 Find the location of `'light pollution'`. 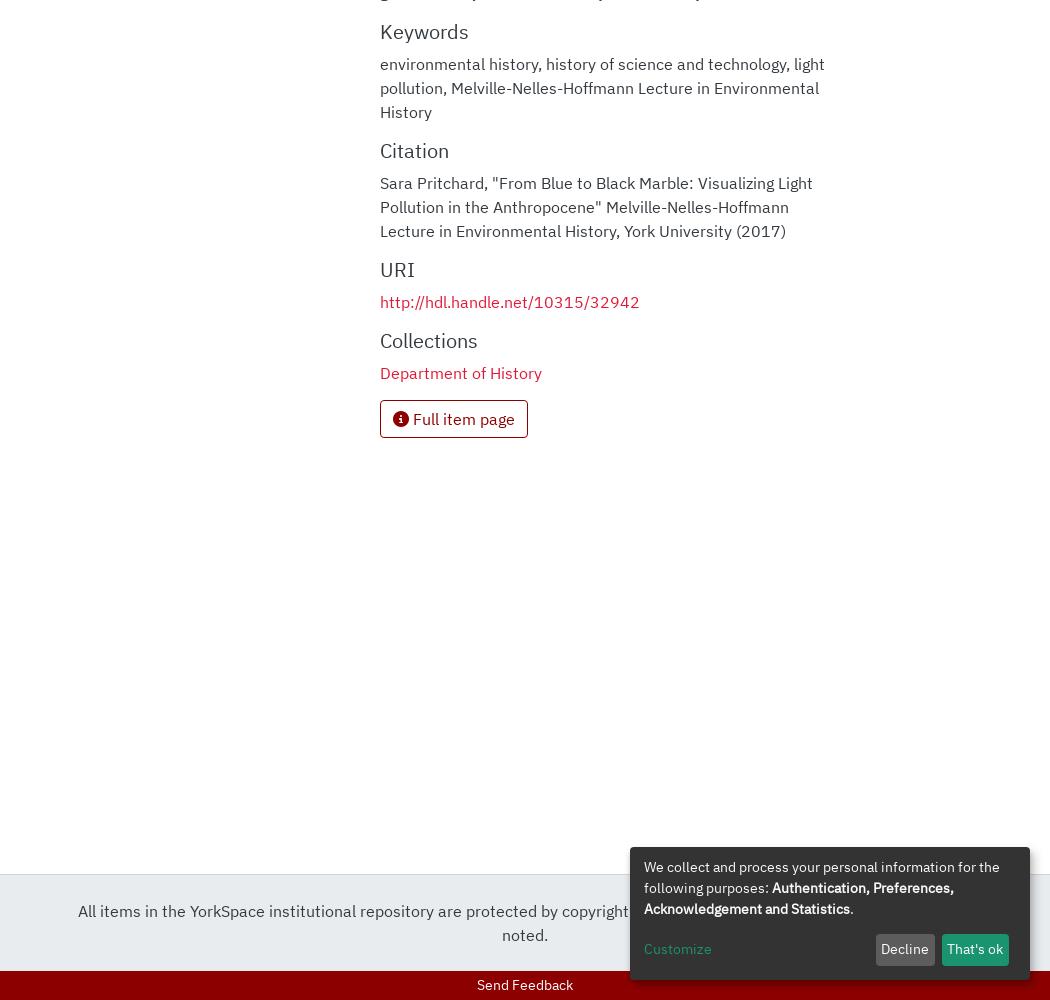

'light pollution' is located at coordinates (601, 74).